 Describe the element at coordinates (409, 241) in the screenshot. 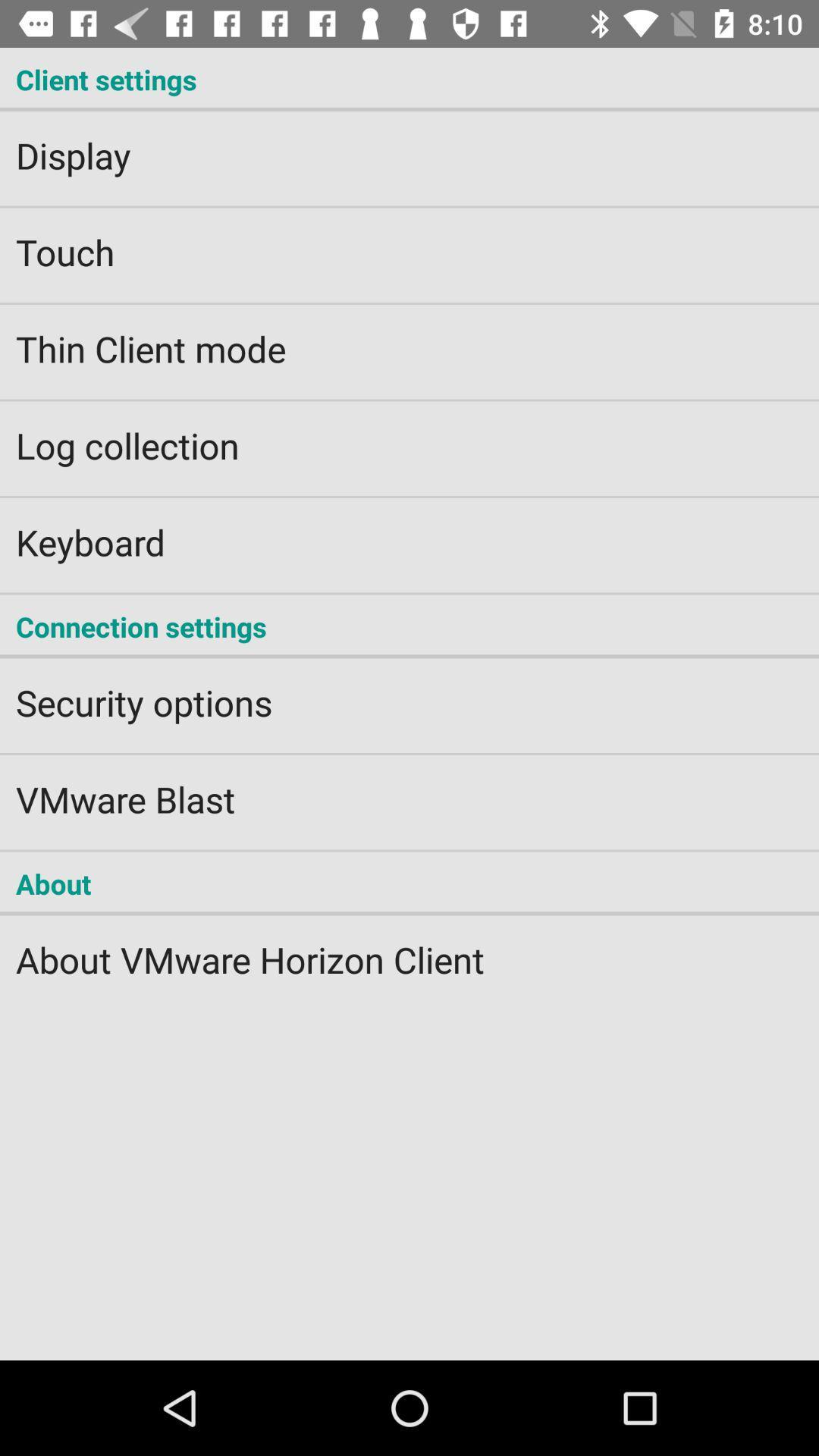

I see `touch icon` at that location.